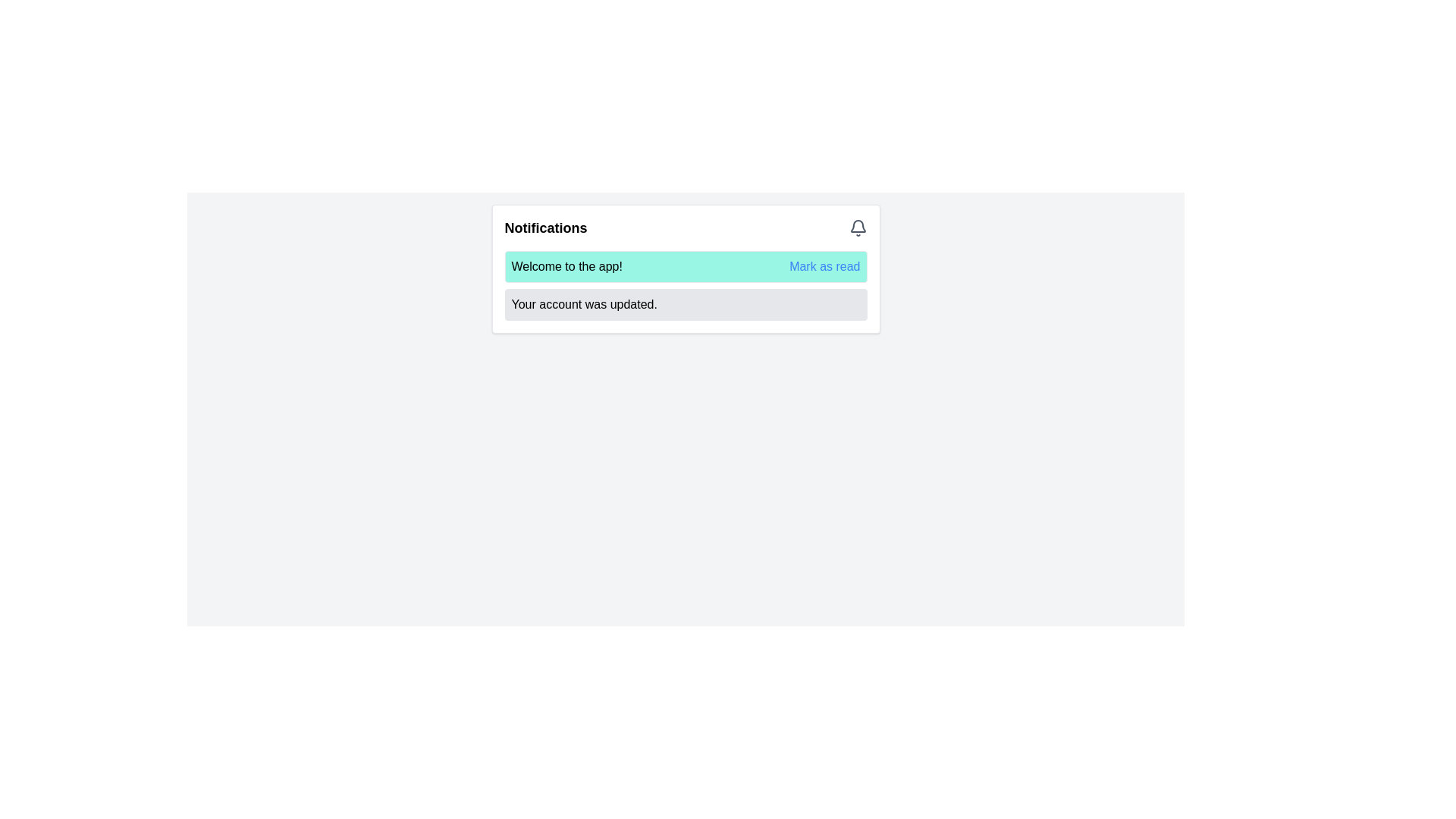 This screenshot has height=819, width=1456. Describe the element at coordinates (824, 265) in the screenshot. I see `the 'Mark as read' text link located on the right end of the turquoise notification bar to mark the notification as read` at that location.